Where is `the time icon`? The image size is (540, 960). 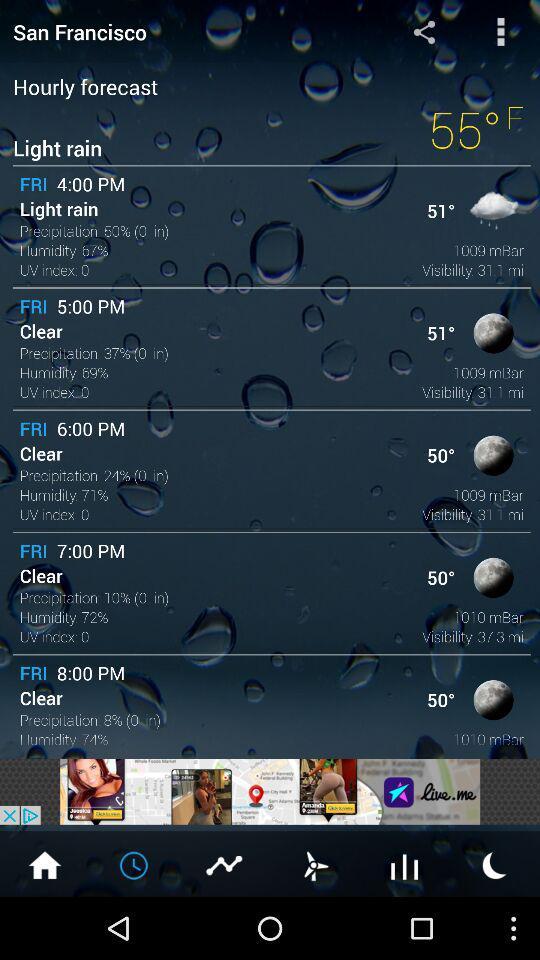 the time icon is located at coordinates (135, 925).